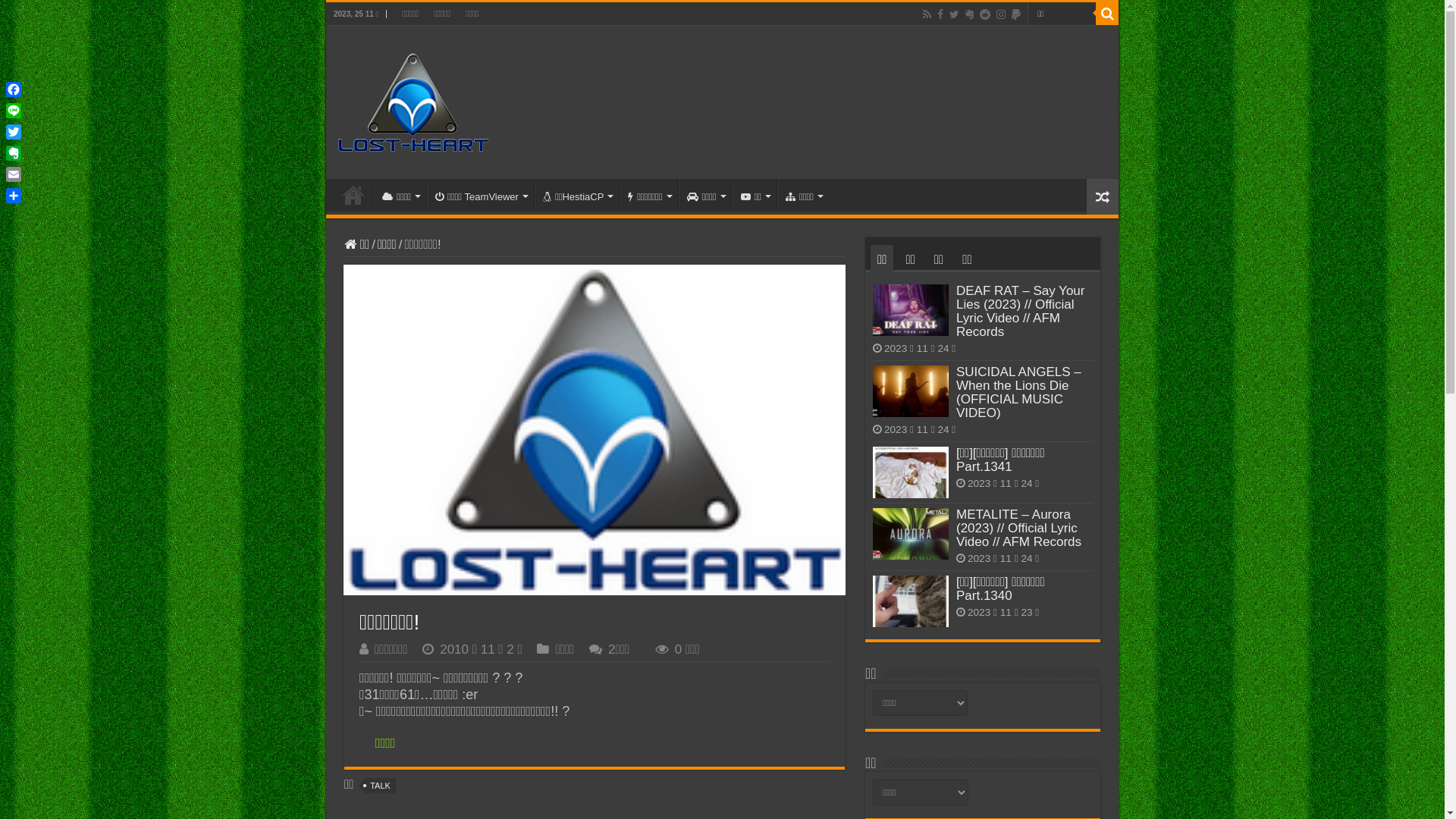  Describe the element at coordinates (985, 14) in the screenshot. I see `'Reddit'` at that location.